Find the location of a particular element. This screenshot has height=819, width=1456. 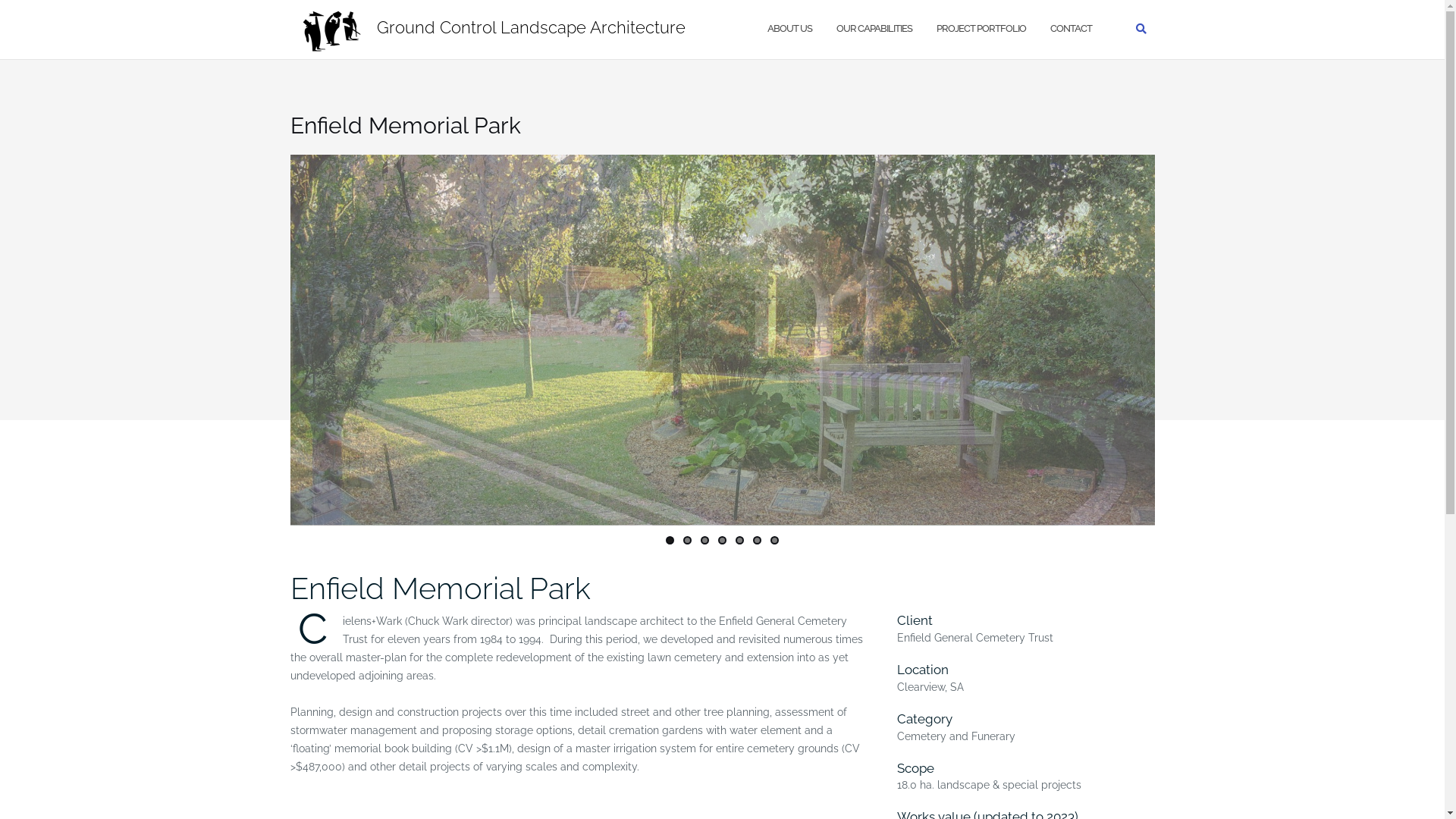

'2' is located at coordinates (686, 539).